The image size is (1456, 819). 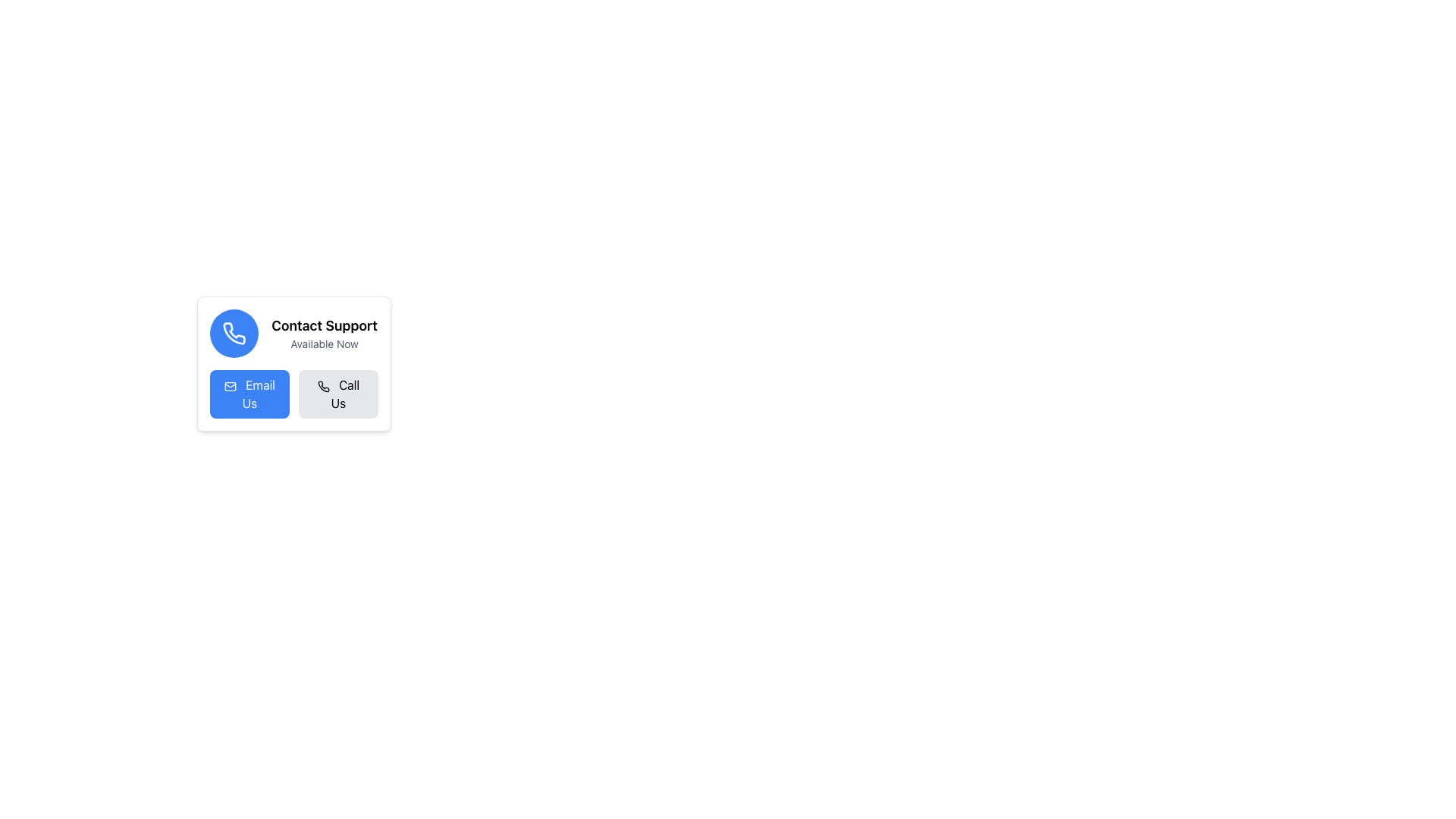 I want to click on the Information Display section that contains a white phone icon in a blue circle, with the text 'Contact Support' and 'Available Now', so click(x=294, y=332).